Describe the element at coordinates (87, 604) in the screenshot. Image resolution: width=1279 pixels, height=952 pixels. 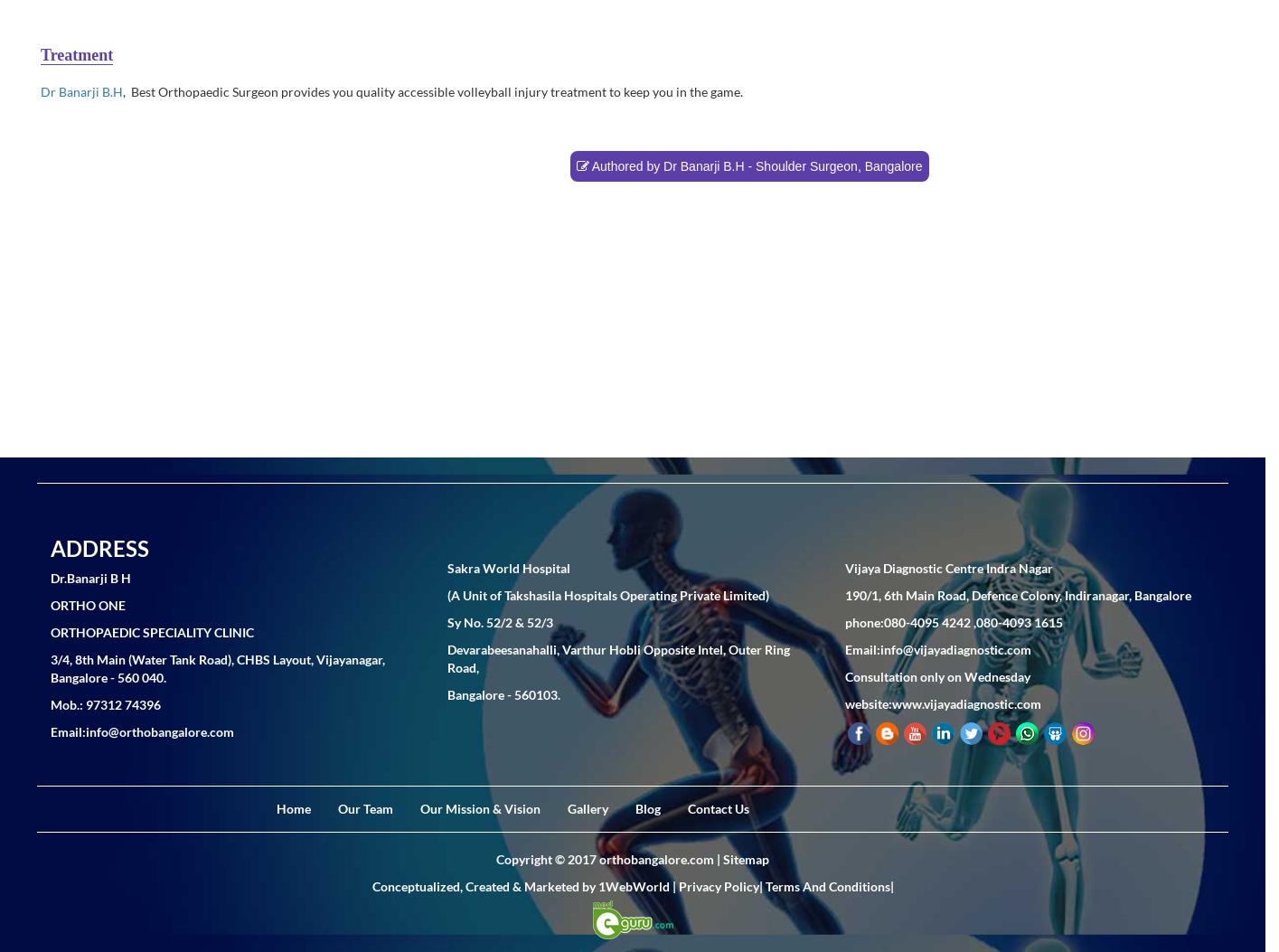
I see `'ORTHO ONE'` at that location.